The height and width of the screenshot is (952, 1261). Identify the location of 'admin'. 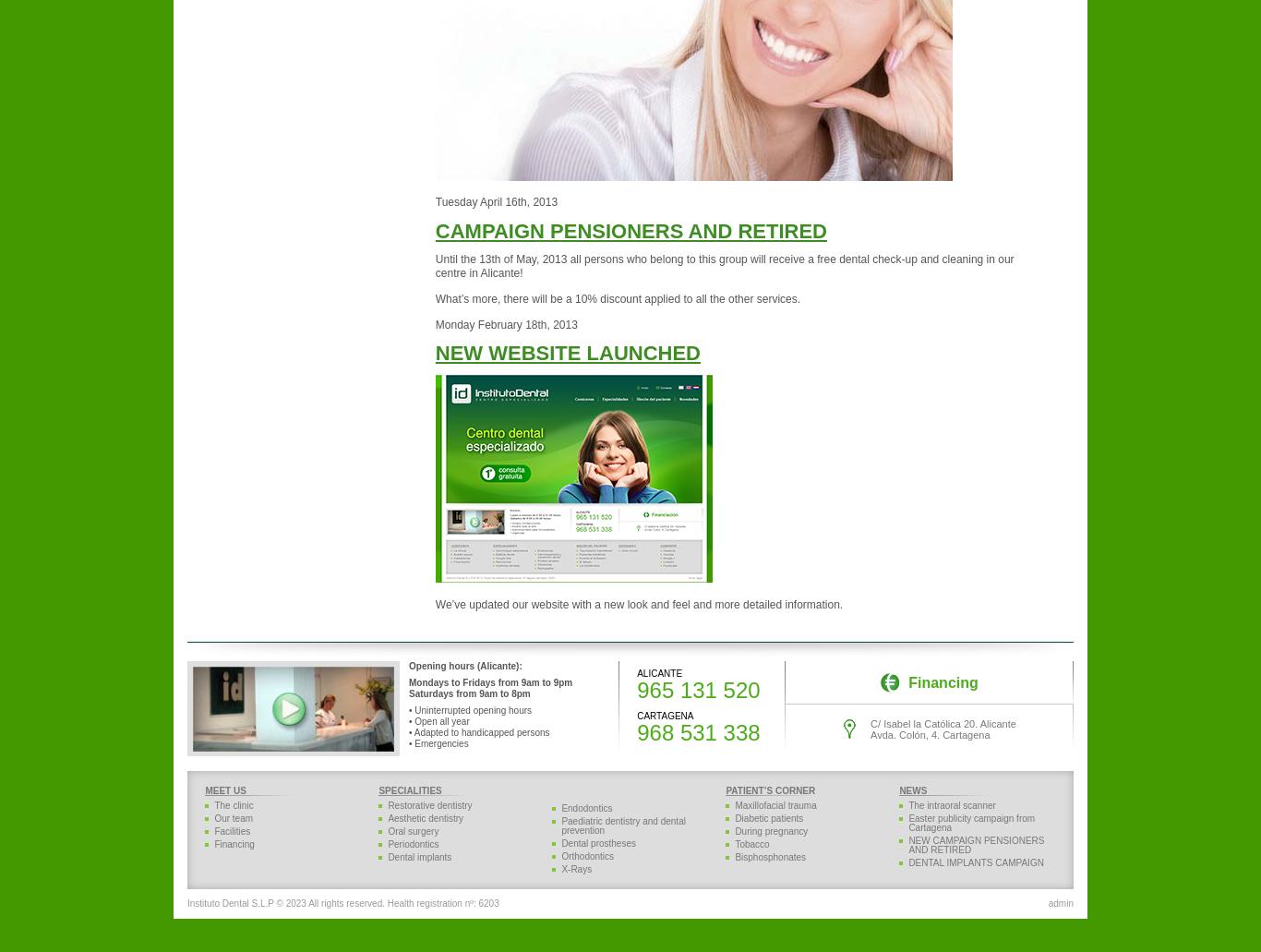
(1060, 902).